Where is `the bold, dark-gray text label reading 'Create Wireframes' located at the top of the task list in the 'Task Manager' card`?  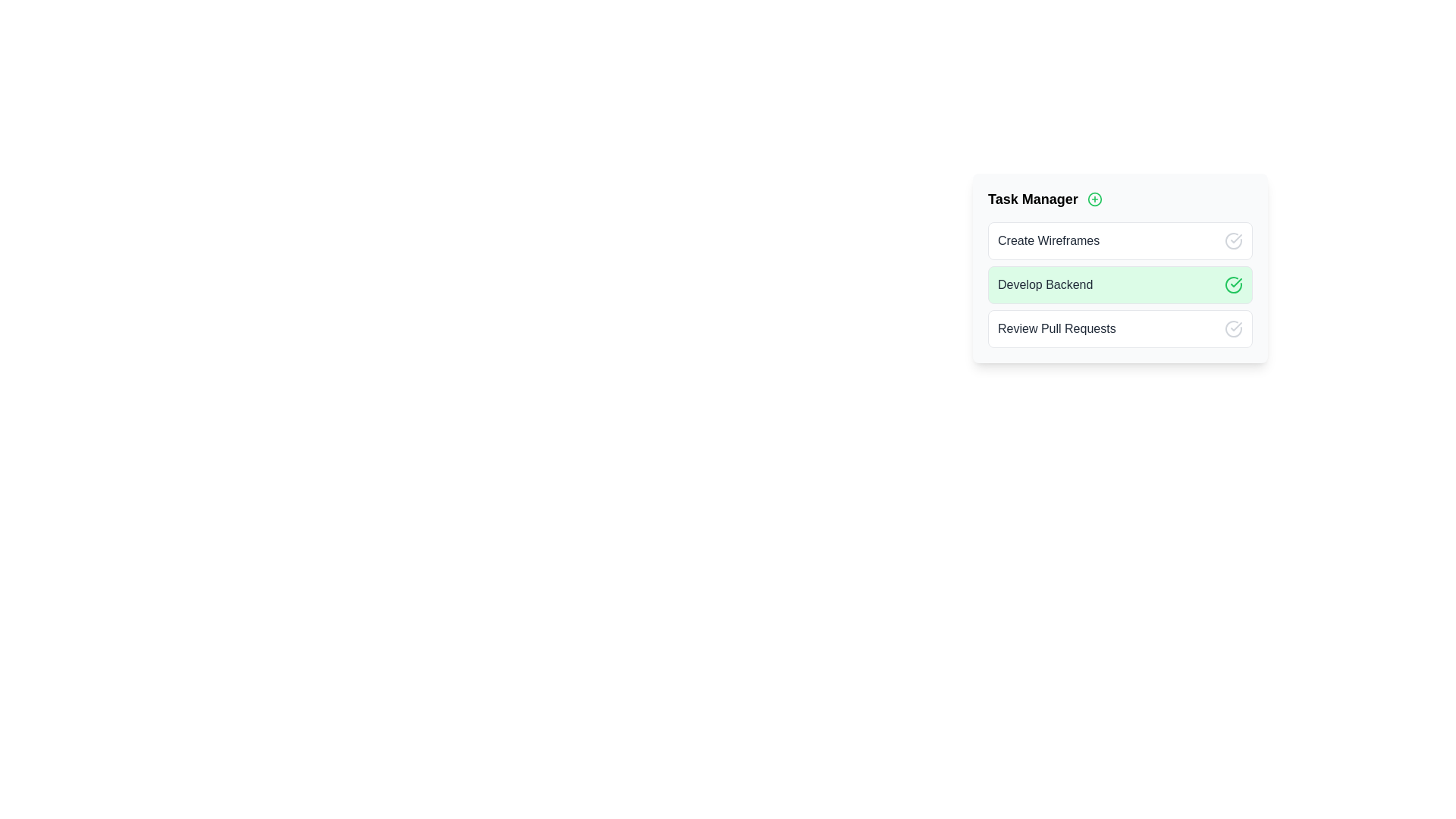 the bold, dark-gray text label reading 'Create Wireframes' located at the top of the task list in the 'Task Manager' card is located at coordinates (1048, 240).